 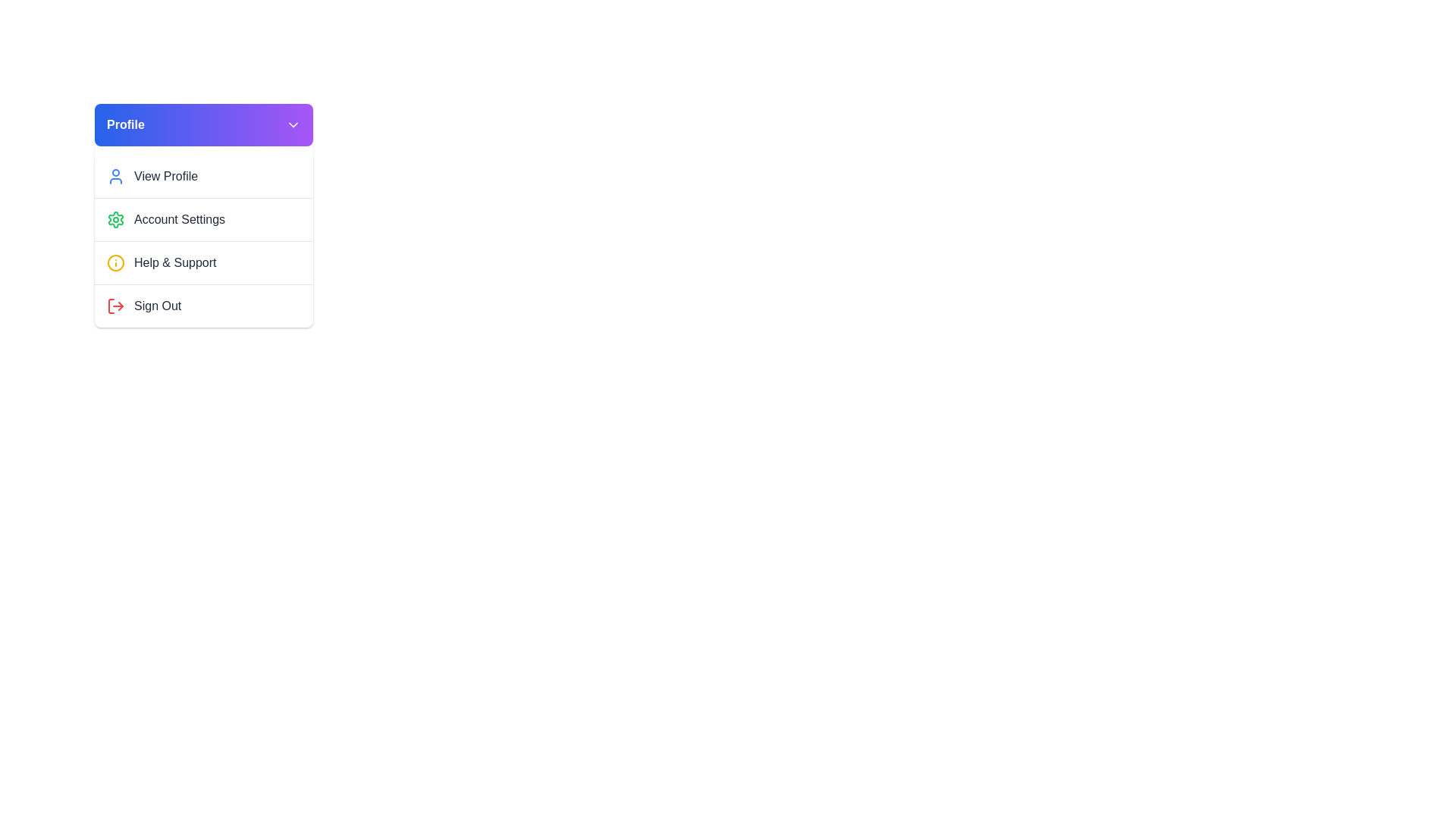 I want to click on the 'Account Settings' text label in the vertical menu, which is located below 'View Profile' and above 'Help & Support', and is aligned with a green gear icon to its left, so click(x=180, y=219).